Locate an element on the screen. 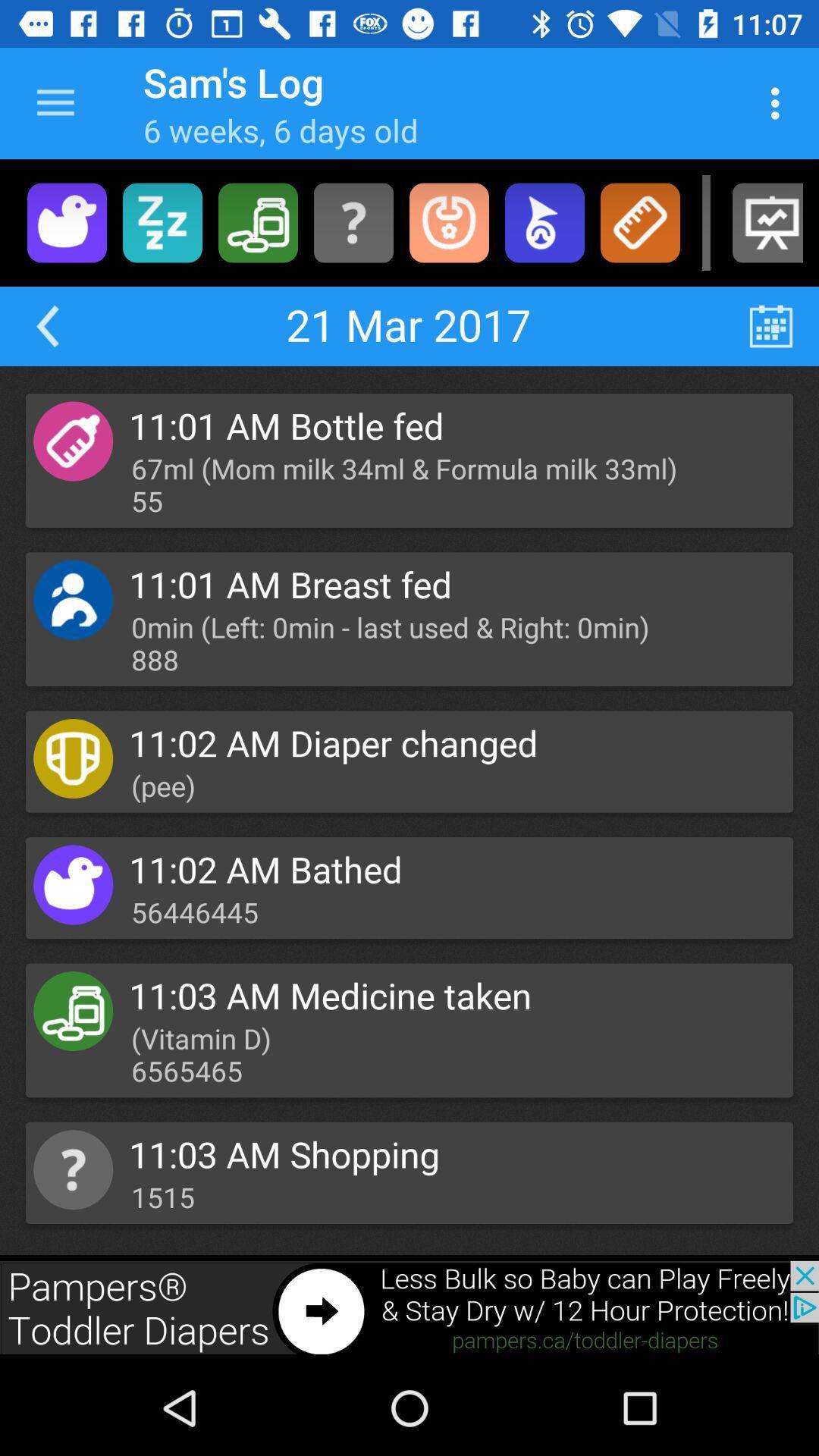  bathed portion of menu is located at coordinates (66, 221).